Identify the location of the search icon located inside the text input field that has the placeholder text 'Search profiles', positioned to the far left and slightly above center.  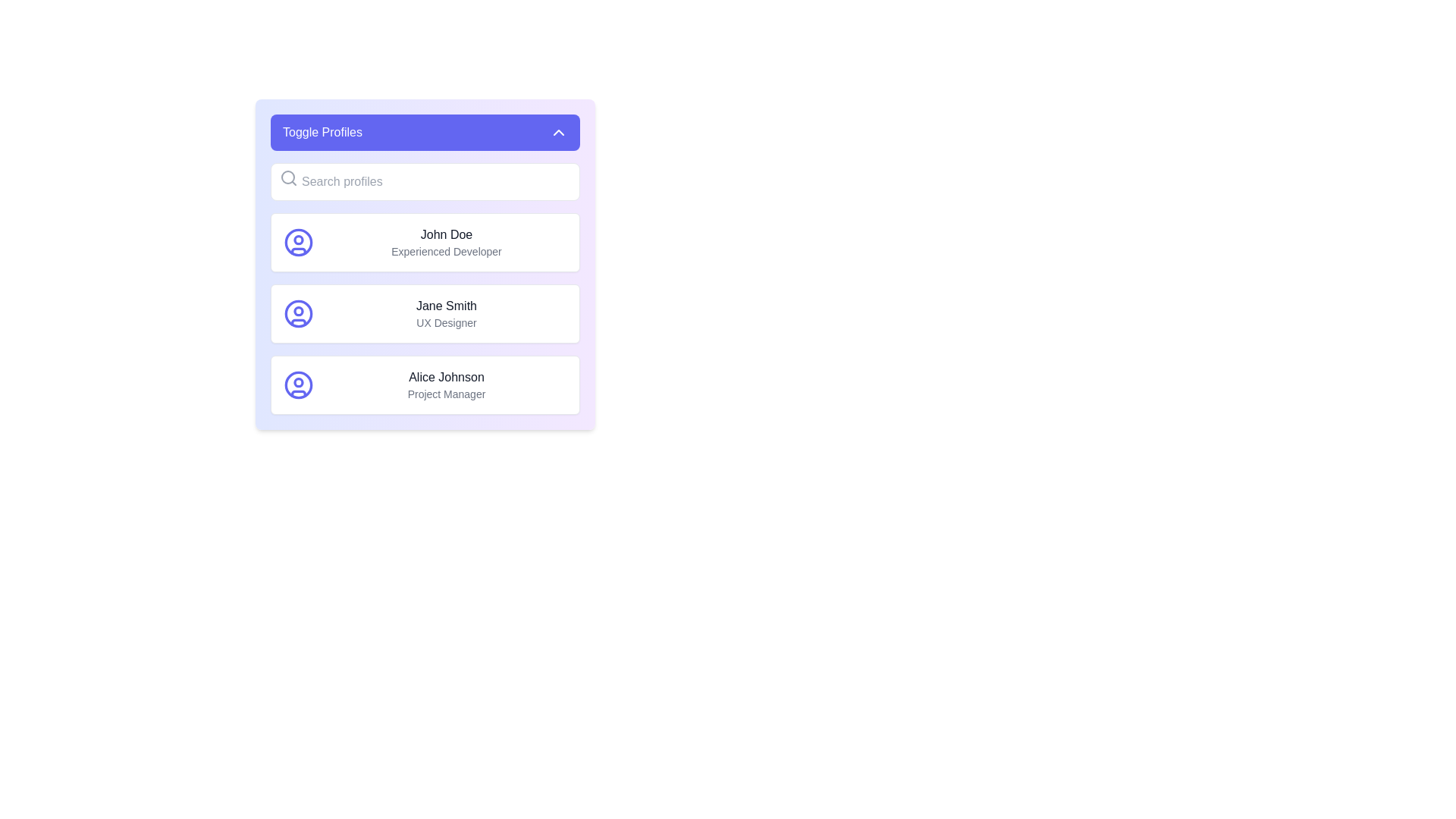
(288, 177).